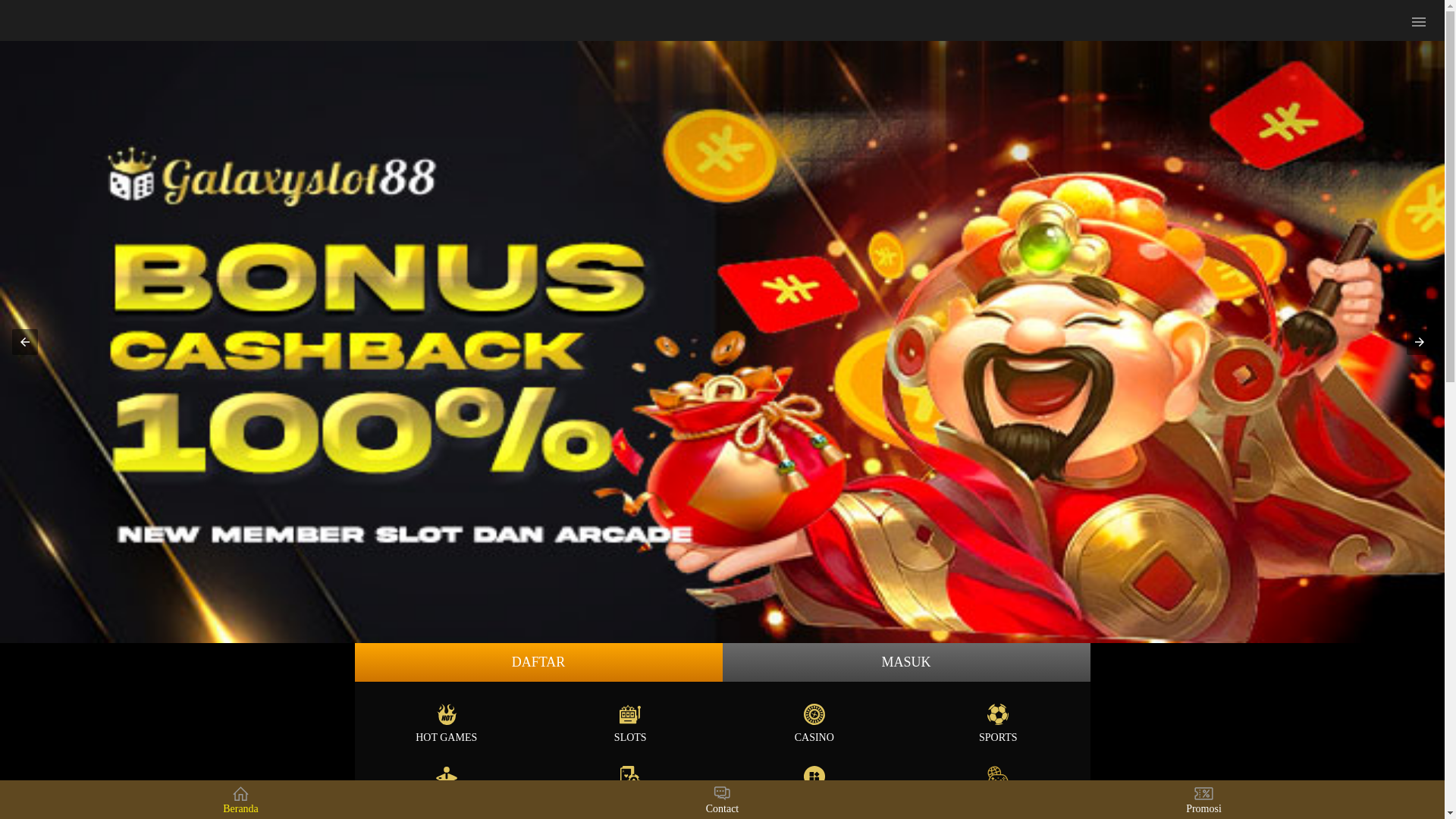 The width and height of the screenshot is (1456, 819). What do you see at coordinates (721, 799) in the screenshot?
I see `'Contact'` at bounding box center [721, 799].